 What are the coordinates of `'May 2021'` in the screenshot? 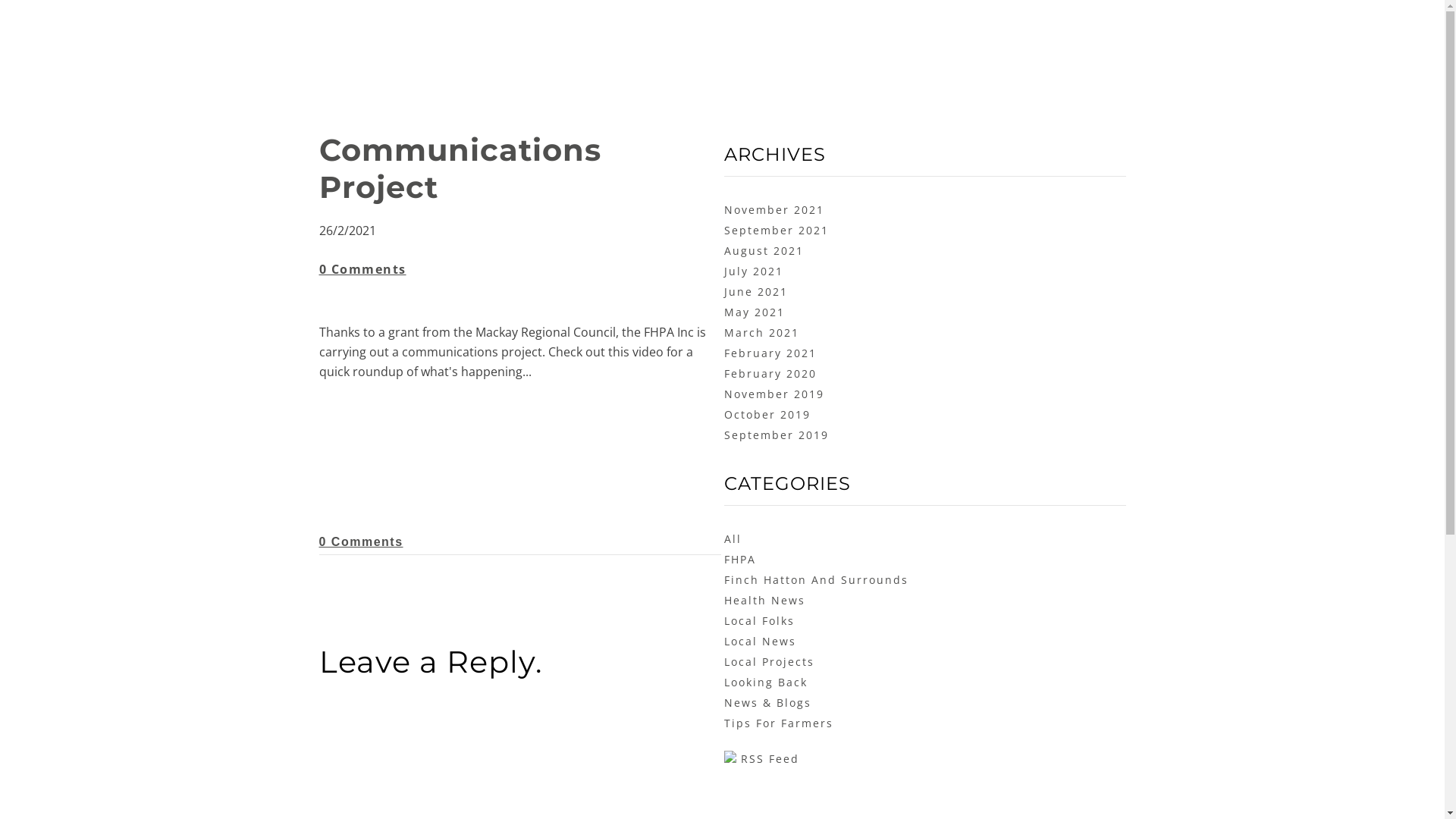 It's located at (753, 311).